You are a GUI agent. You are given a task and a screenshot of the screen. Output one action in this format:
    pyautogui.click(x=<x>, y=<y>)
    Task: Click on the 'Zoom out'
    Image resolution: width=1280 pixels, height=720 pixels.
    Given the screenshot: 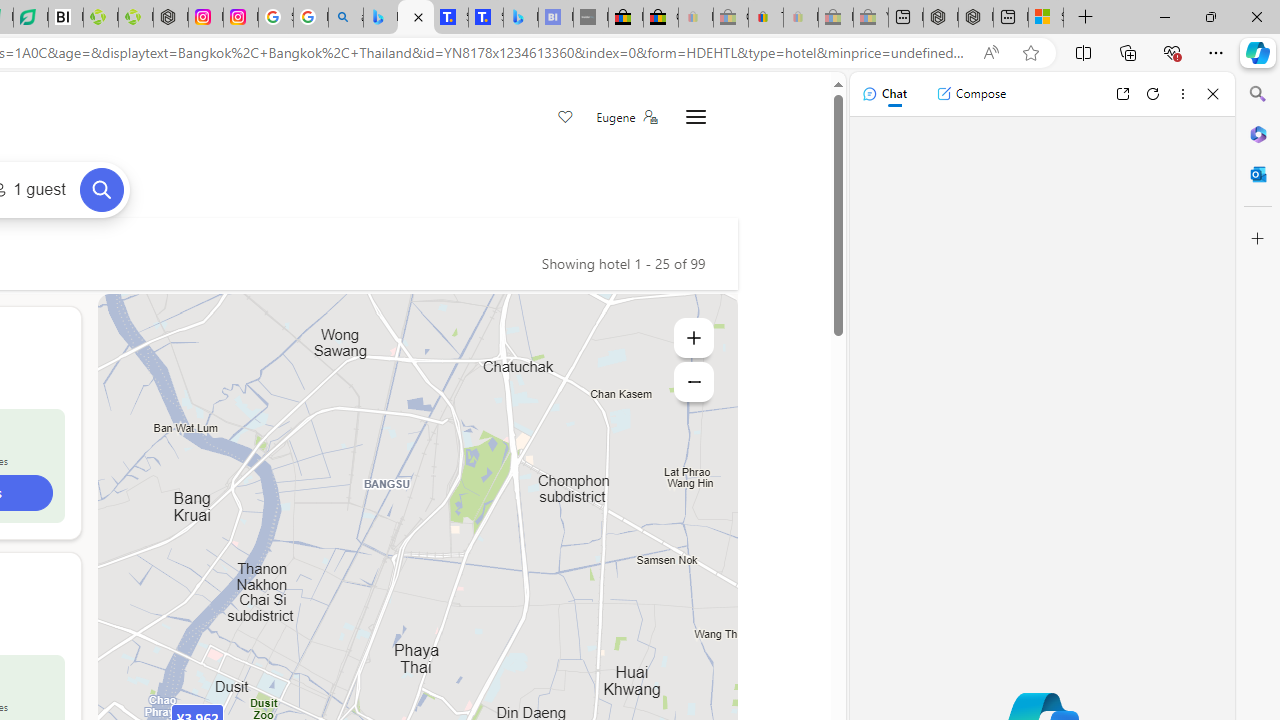 What is the action you would take?
    pyautogui.click(x=693, y=381)
    